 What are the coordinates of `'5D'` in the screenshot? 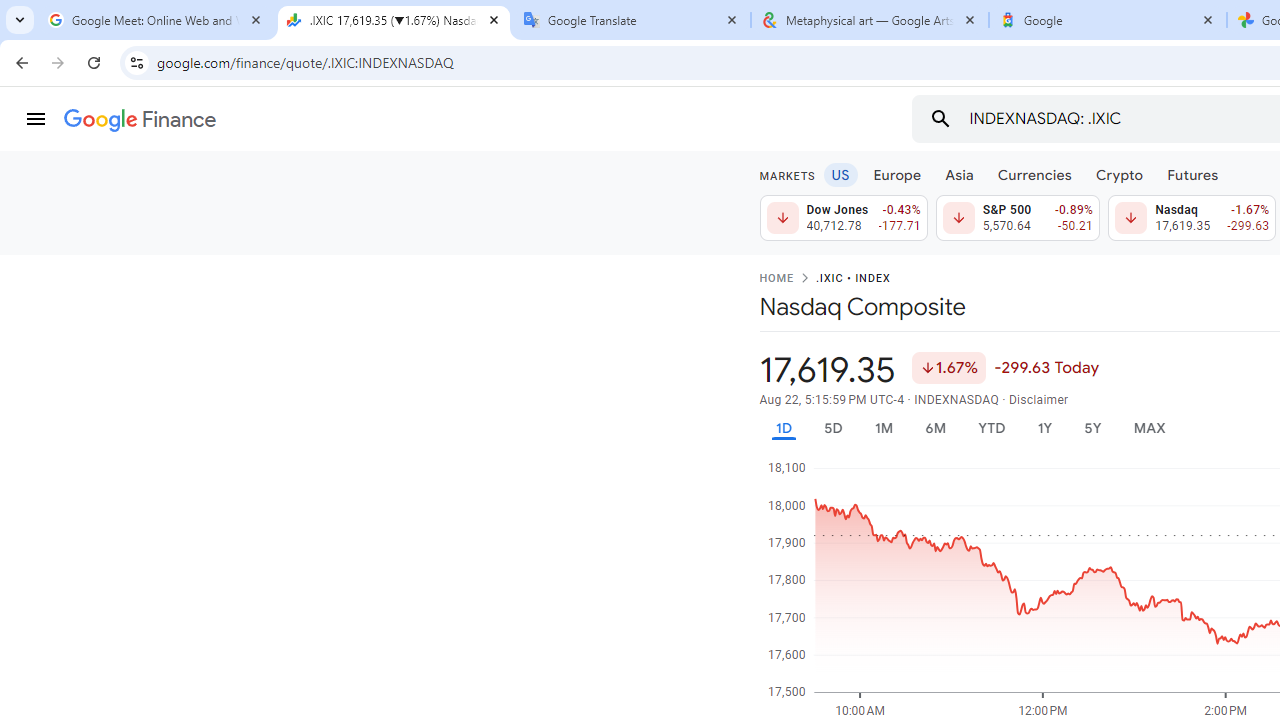 It's located at (832, 427).